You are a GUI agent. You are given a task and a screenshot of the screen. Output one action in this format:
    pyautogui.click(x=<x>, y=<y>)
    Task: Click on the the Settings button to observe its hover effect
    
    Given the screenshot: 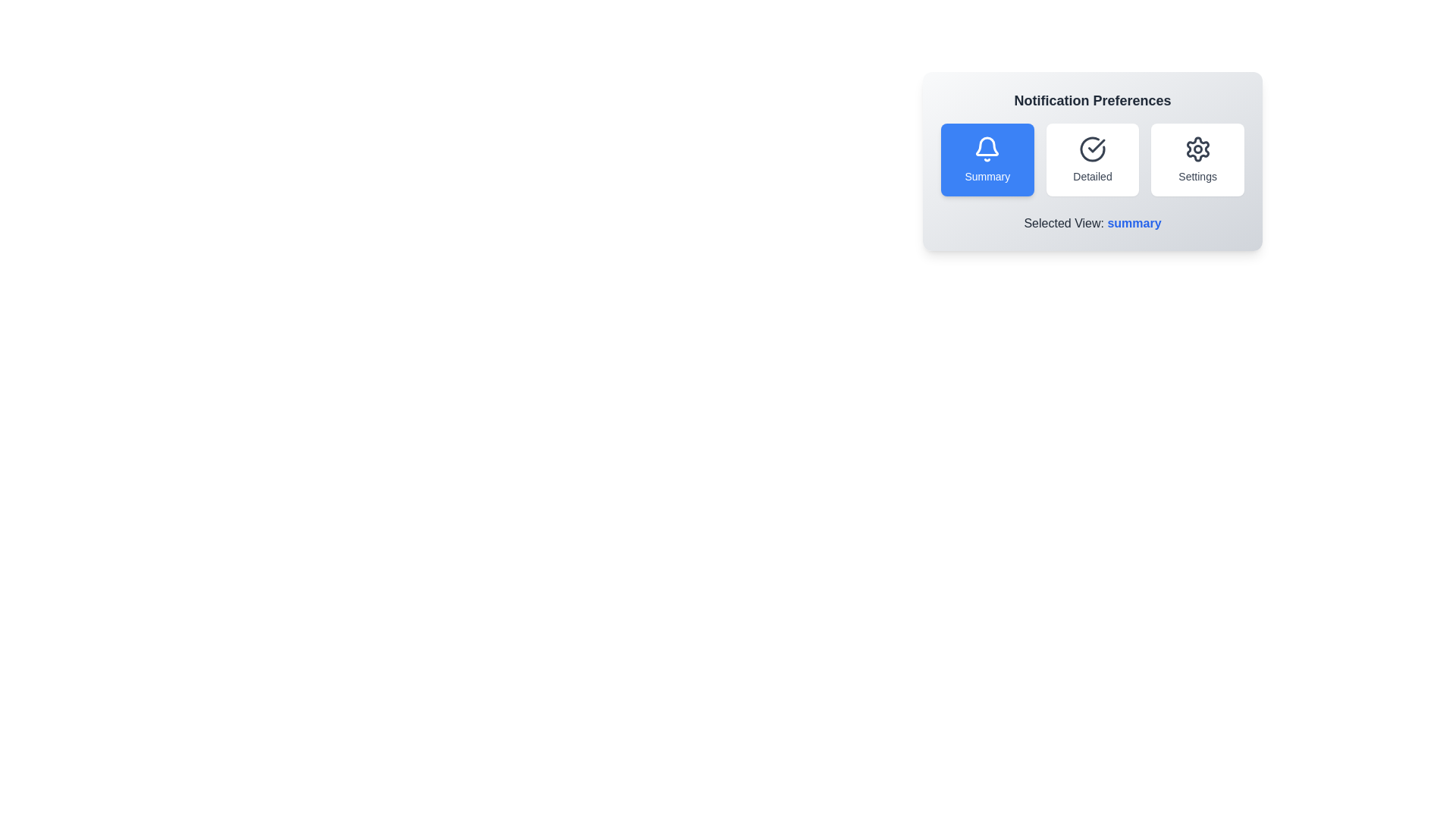 What is the action you would take?
    pyautogui.click(x=1197, y=160)
    